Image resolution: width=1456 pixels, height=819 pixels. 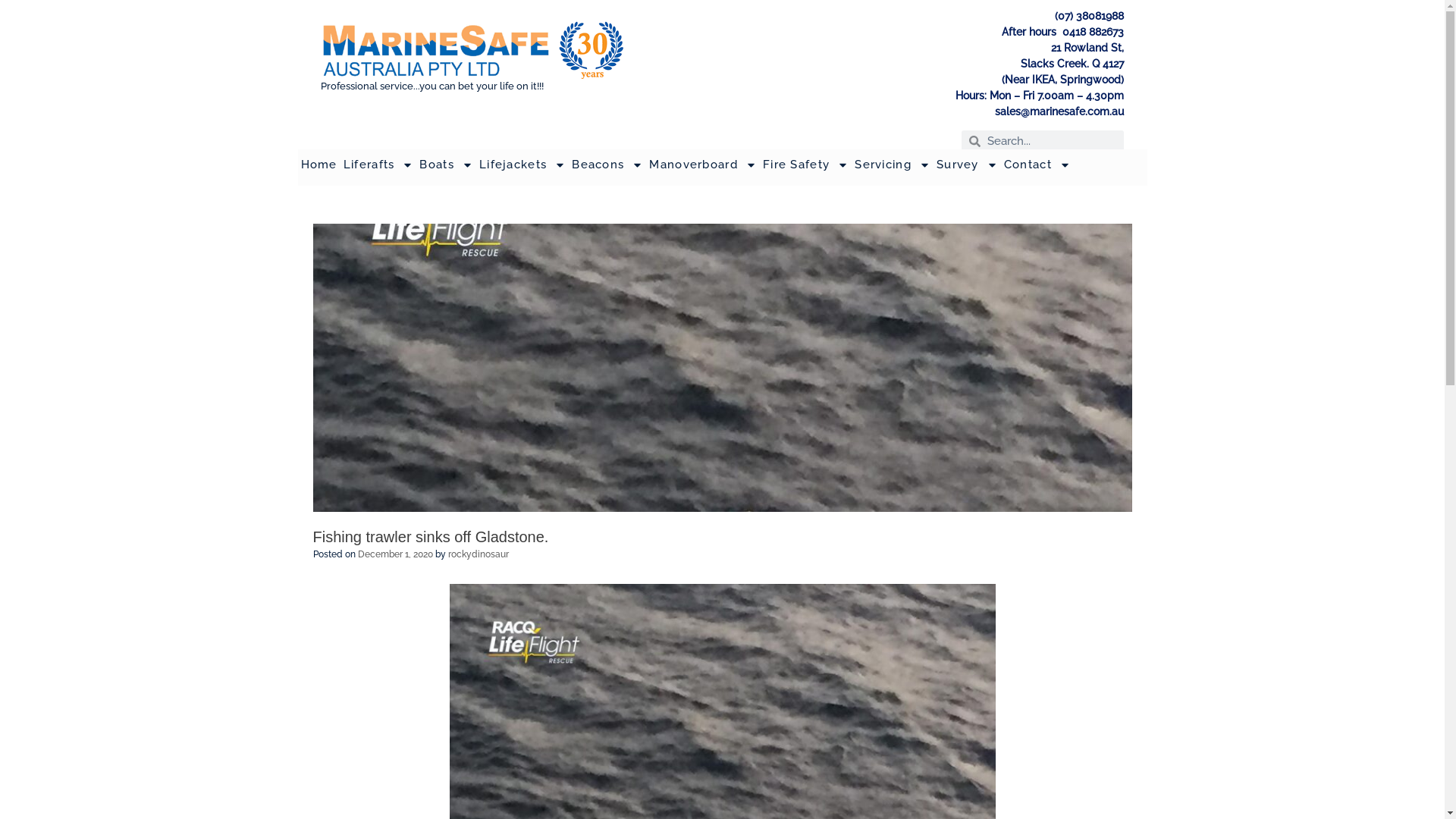 I want to click on 'rockydinosaur', so click(x=476, y=554).